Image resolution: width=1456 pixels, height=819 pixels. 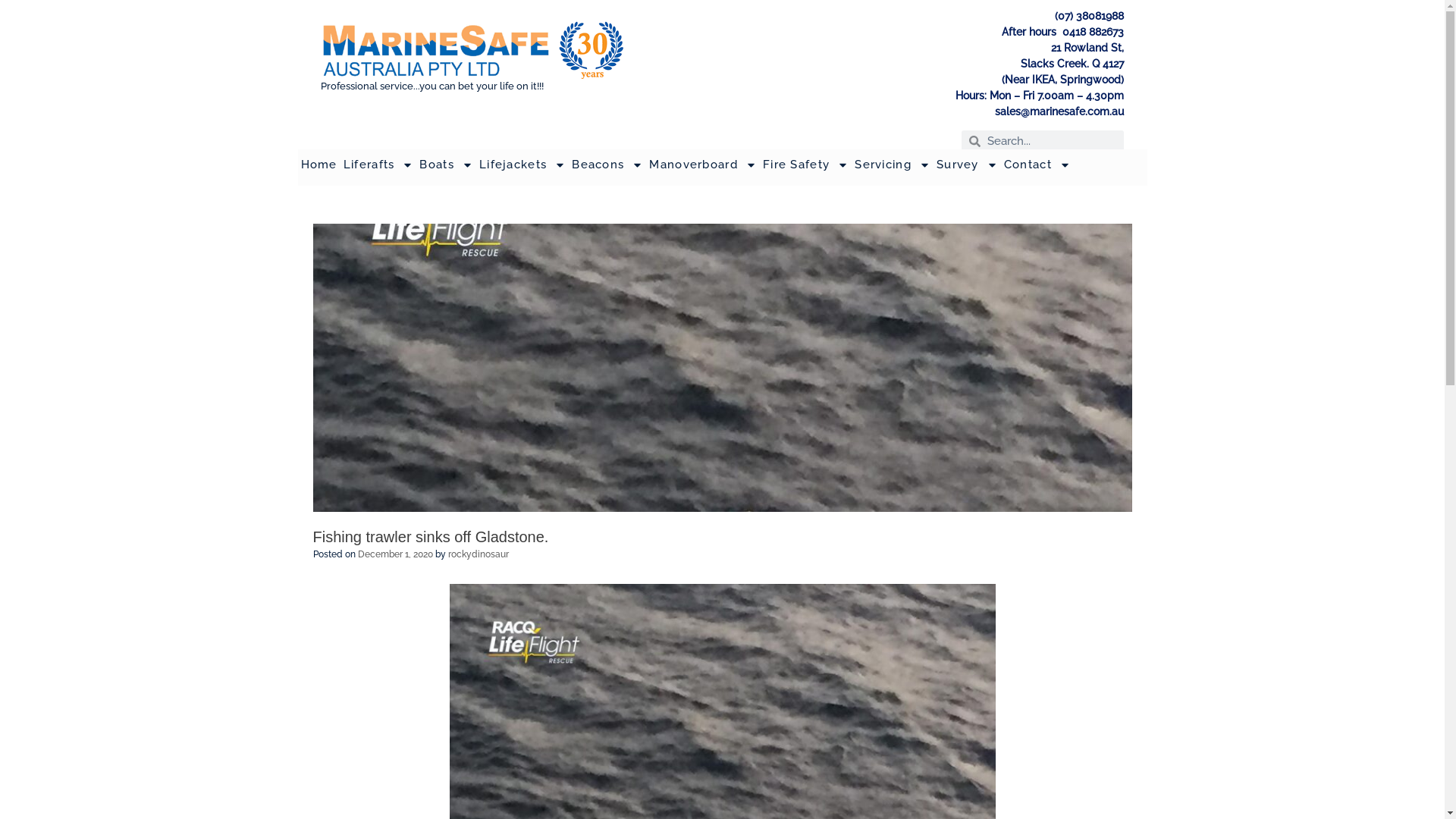 I want to click on 'rockydinosaur', so click(x=476, y=554).